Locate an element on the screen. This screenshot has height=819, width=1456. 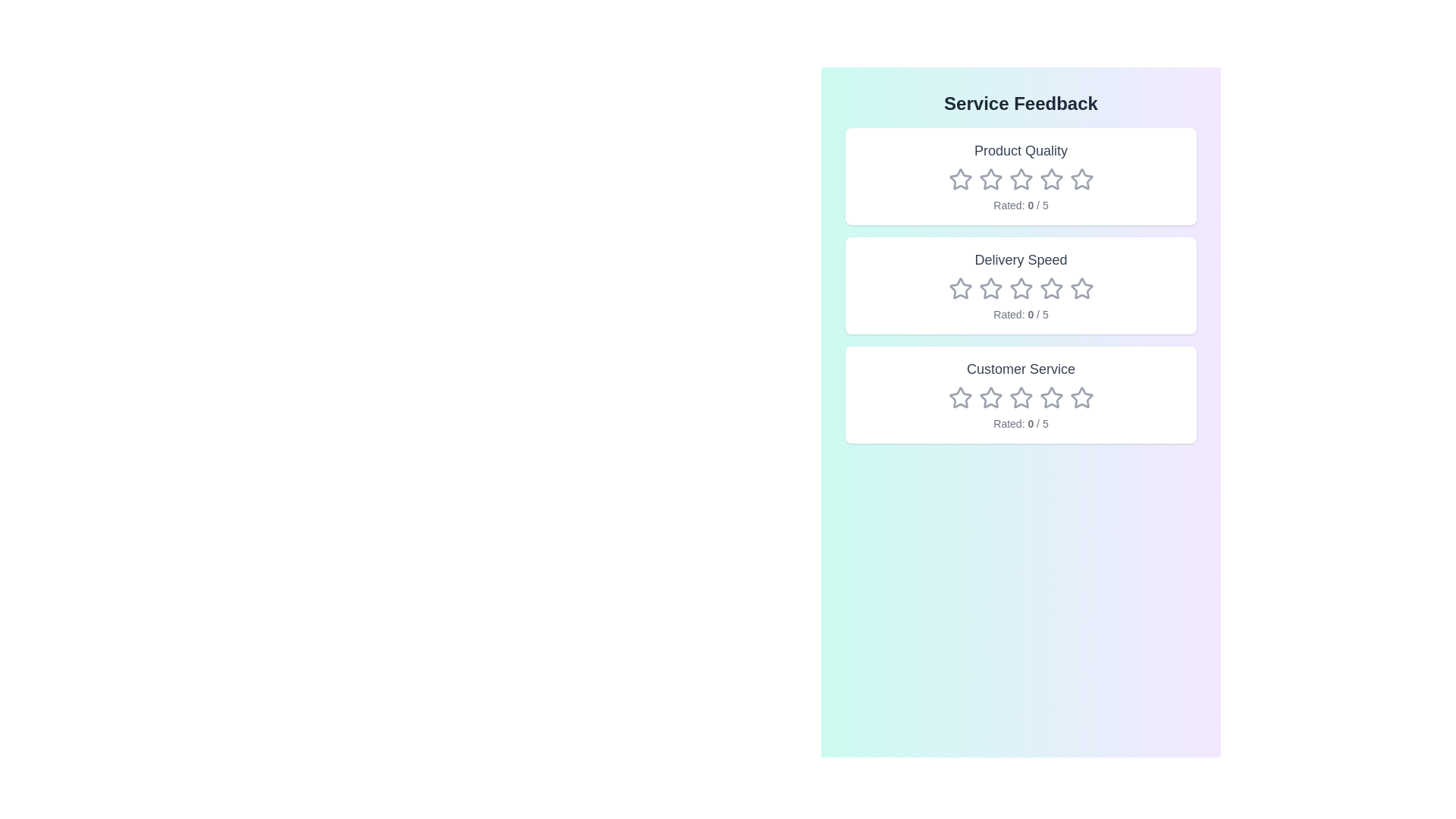
the rating for the category Product Quality to 5 stars is located at coordinates (1081, 178).